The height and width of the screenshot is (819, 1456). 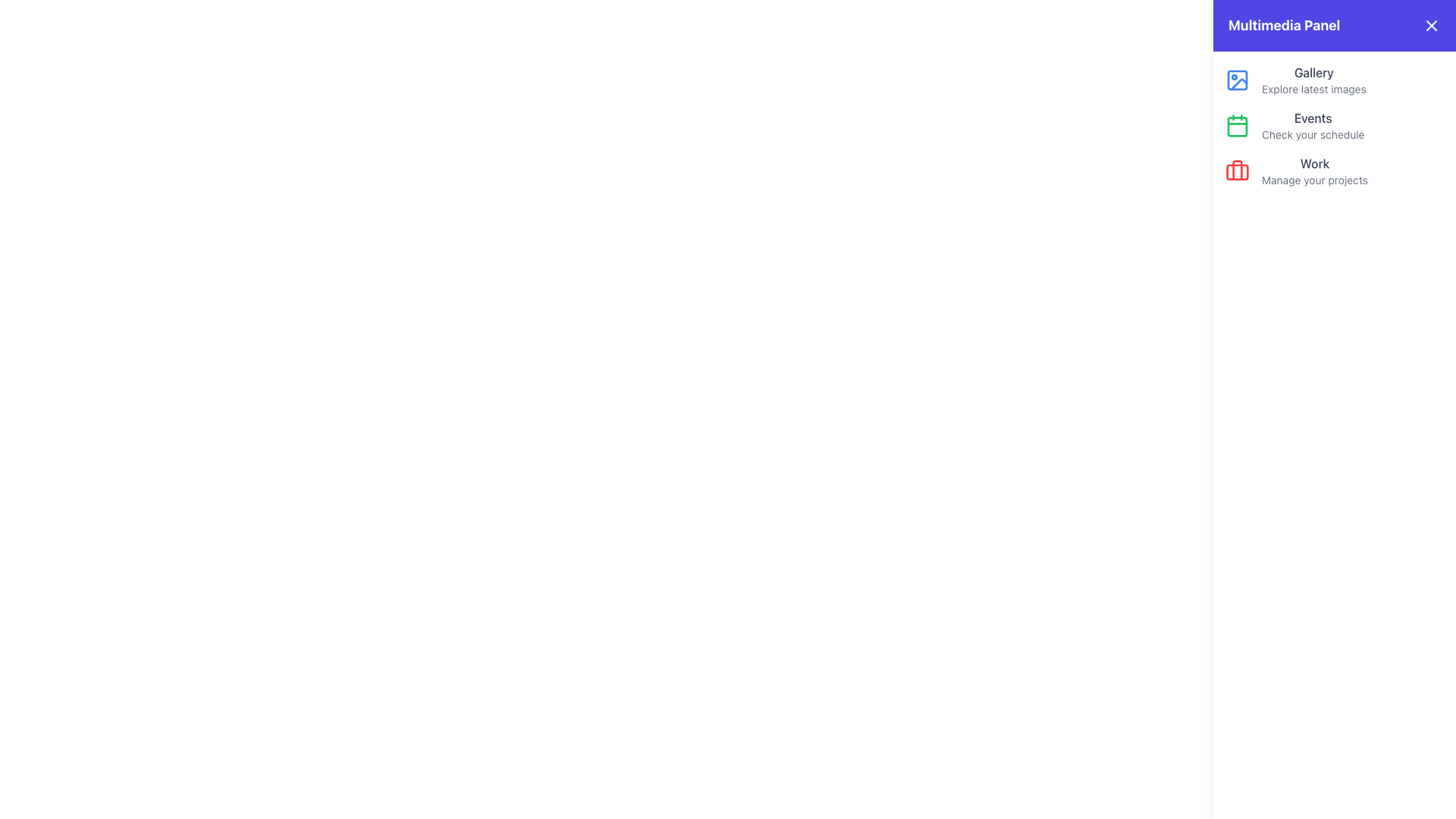 What do you see at coordinates (1312, 124) in the screenshot?
I see `the second item in the vertical sidebar menu, which is the Menu Option for accessing events and schedules, using keyboard navigation` at bounding box center [1312, 124].